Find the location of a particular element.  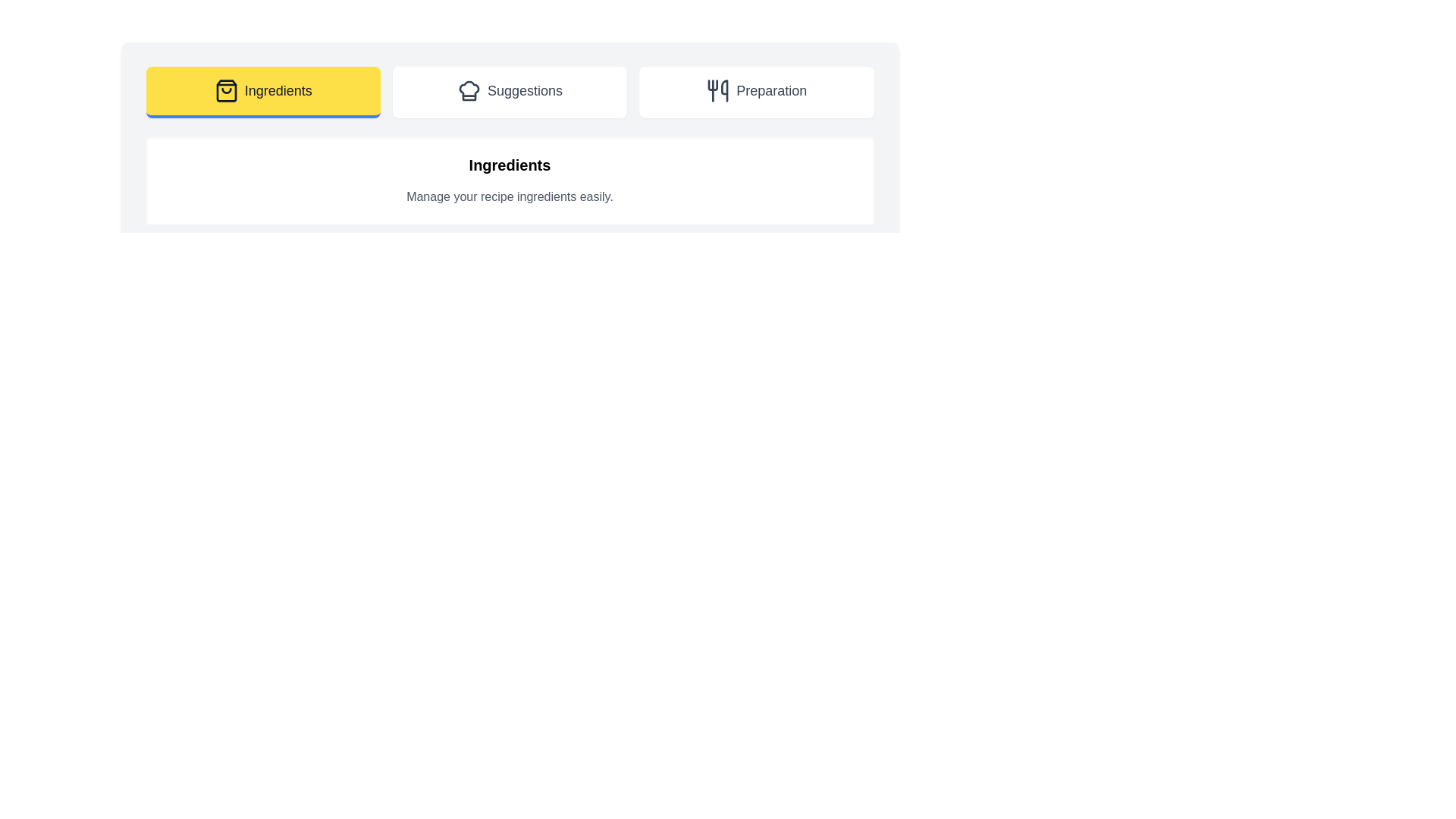

the tab labeled Preparation is located at coordinates (756, 93).